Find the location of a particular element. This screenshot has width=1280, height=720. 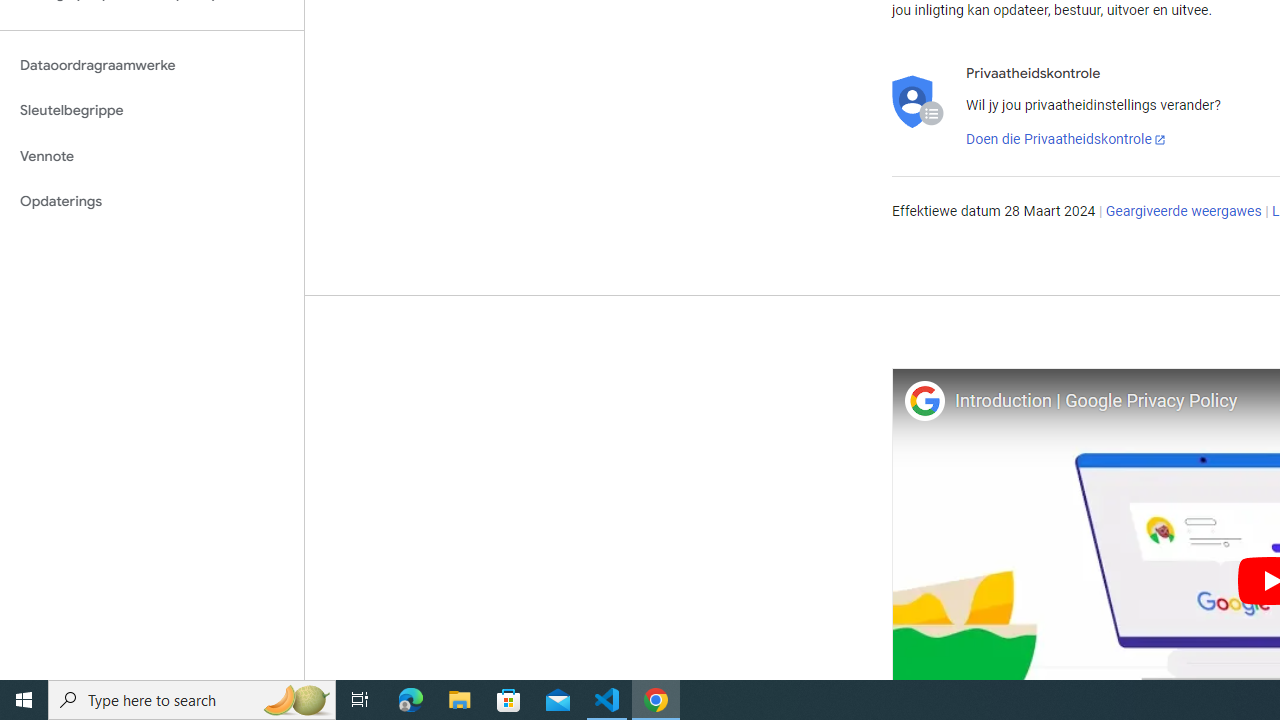

'Vennote' is located at coordinates (151, 155).